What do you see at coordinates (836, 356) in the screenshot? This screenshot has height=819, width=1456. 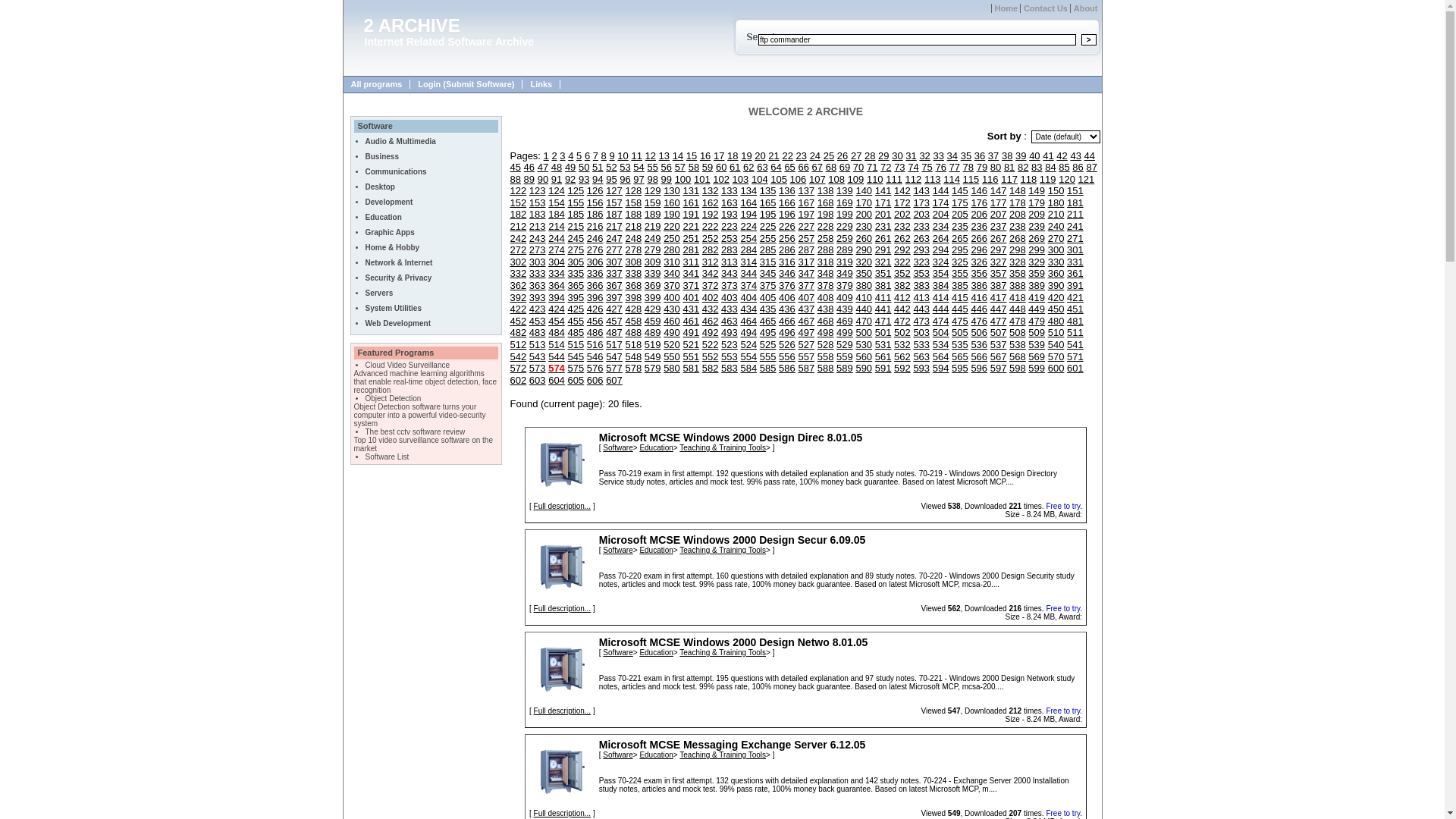 I see `'559'` at bounding box center [836, 356].